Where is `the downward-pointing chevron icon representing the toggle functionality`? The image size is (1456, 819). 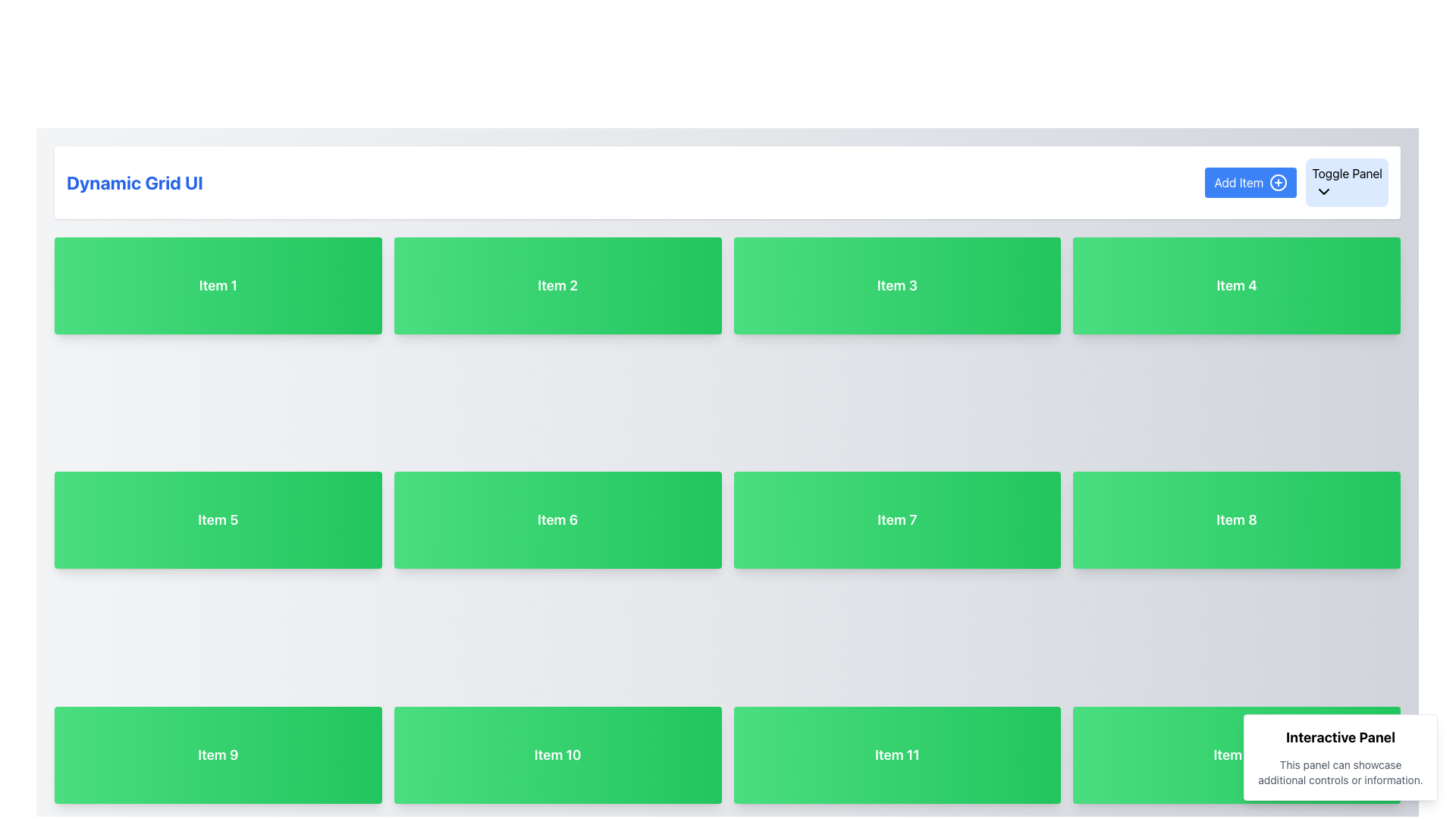
the downward-pointing chevron icon representing the toggle functionality is located at coordinates (1323, 191).